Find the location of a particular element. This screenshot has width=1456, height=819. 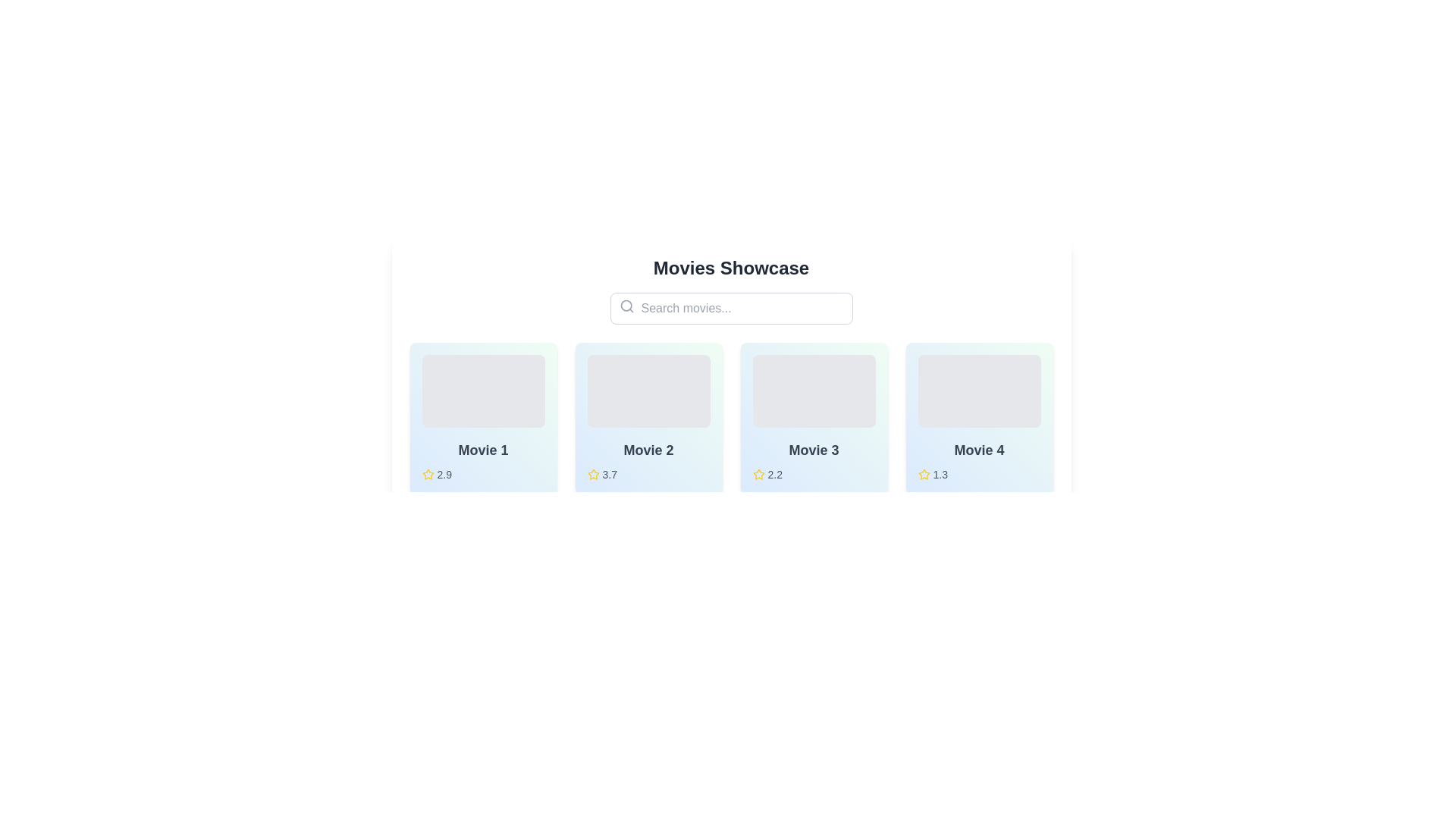

the text label styled as a header with the content 'Movie 1', which is bold and gray, located at the lower section of a light-themed card is located at coordinates (482, 450).